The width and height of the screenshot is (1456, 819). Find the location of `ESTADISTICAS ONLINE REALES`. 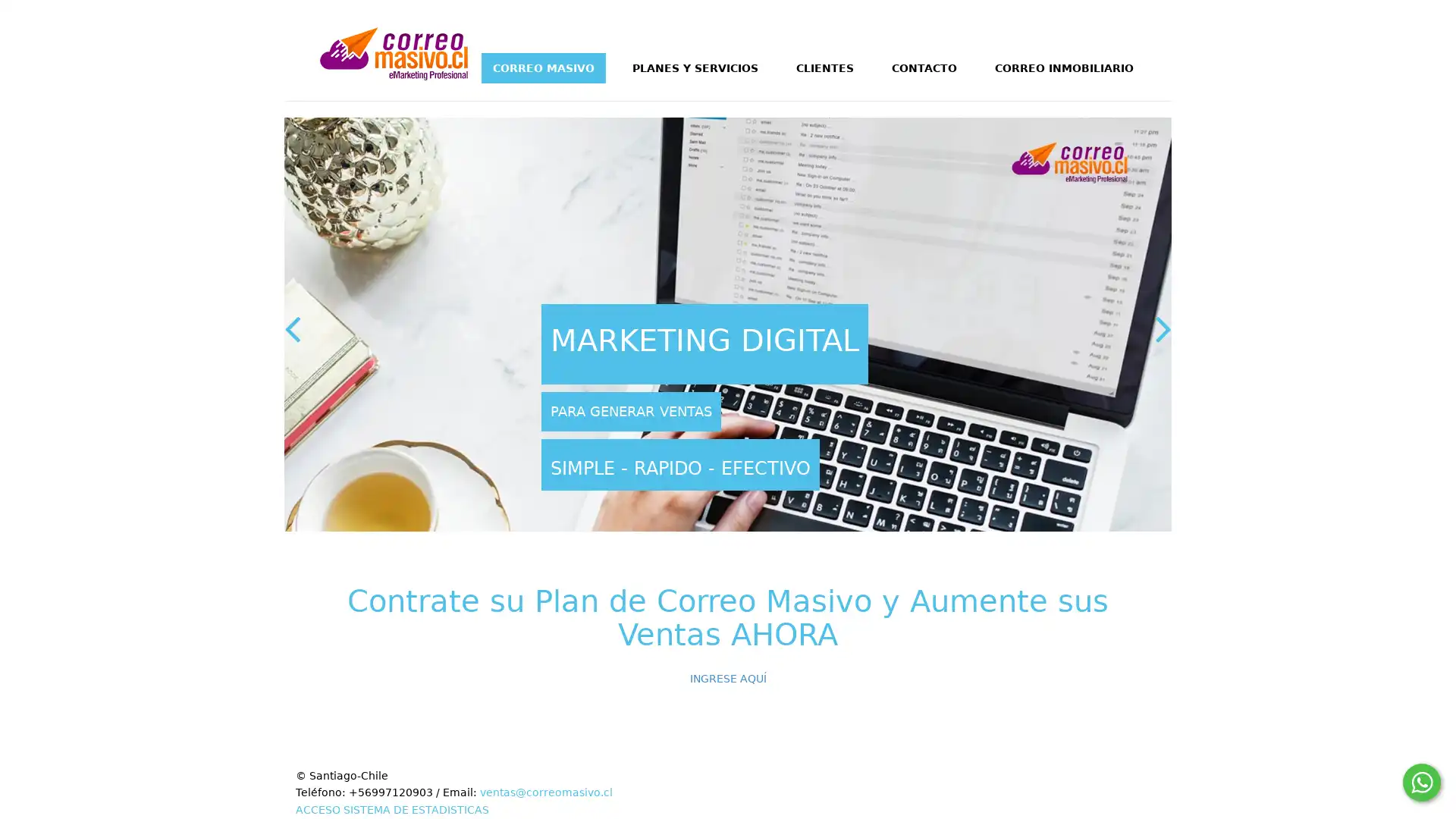

ESTADISTICAS ONLINE REALES is located at coordinates (782, 344).